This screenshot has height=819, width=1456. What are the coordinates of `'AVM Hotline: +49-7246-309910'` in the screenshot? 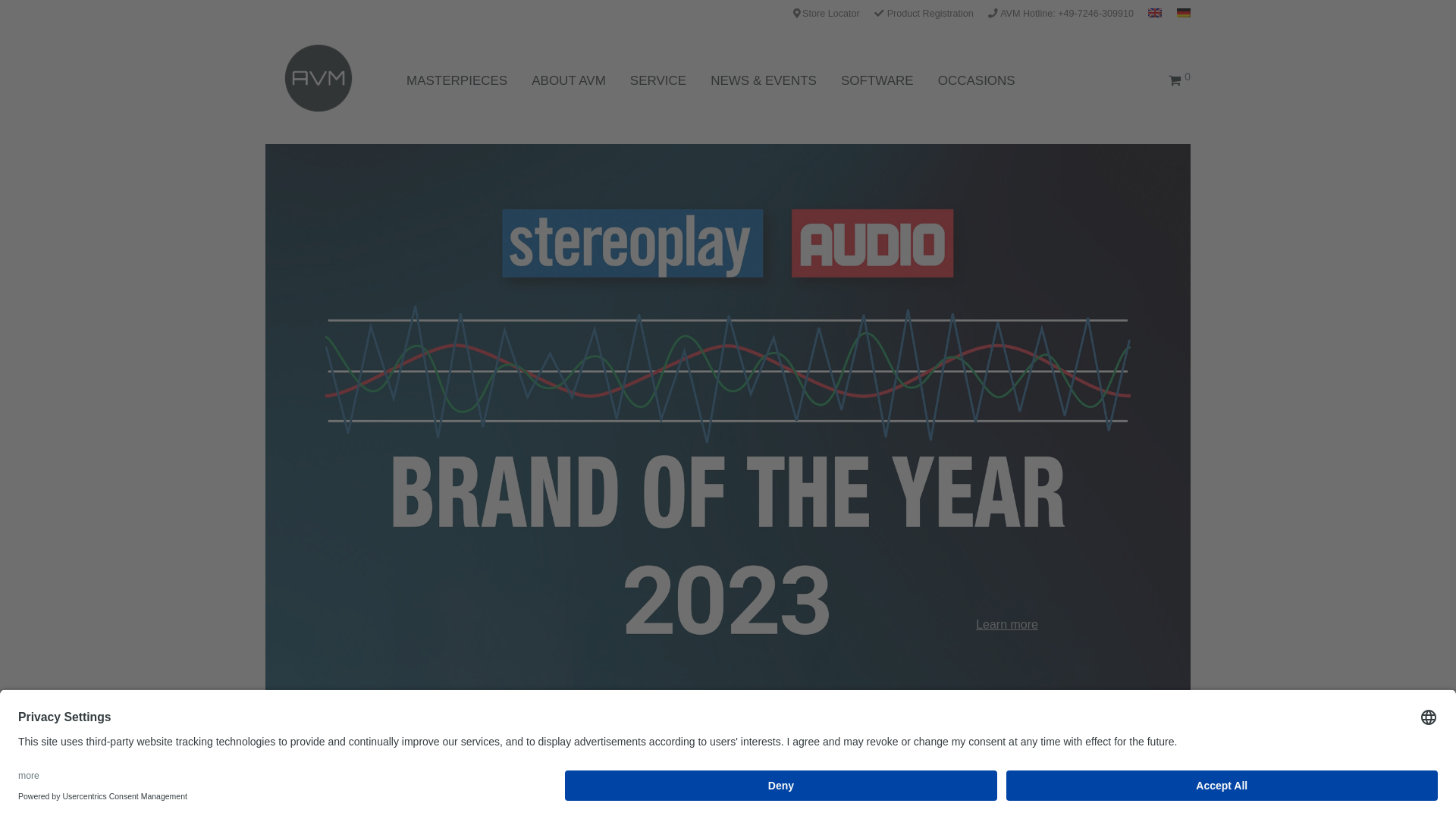 It's located at (1059, 14).